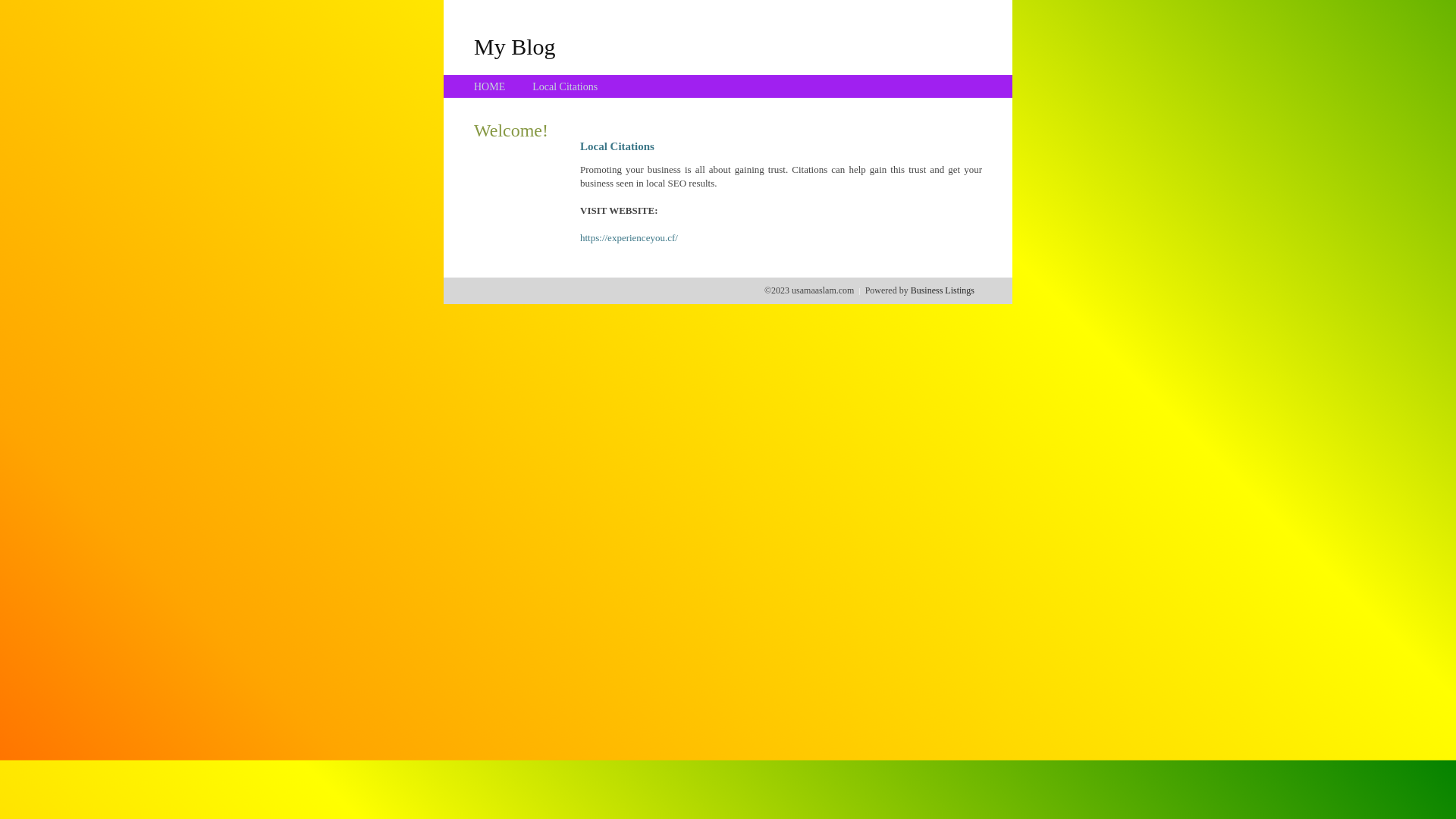 The height and width of the screenshot is (819, 1456). What do you see at coordinates (563, 86) in the screenshot?
I see `'Local Citations'` at bounding box center [563, 86].